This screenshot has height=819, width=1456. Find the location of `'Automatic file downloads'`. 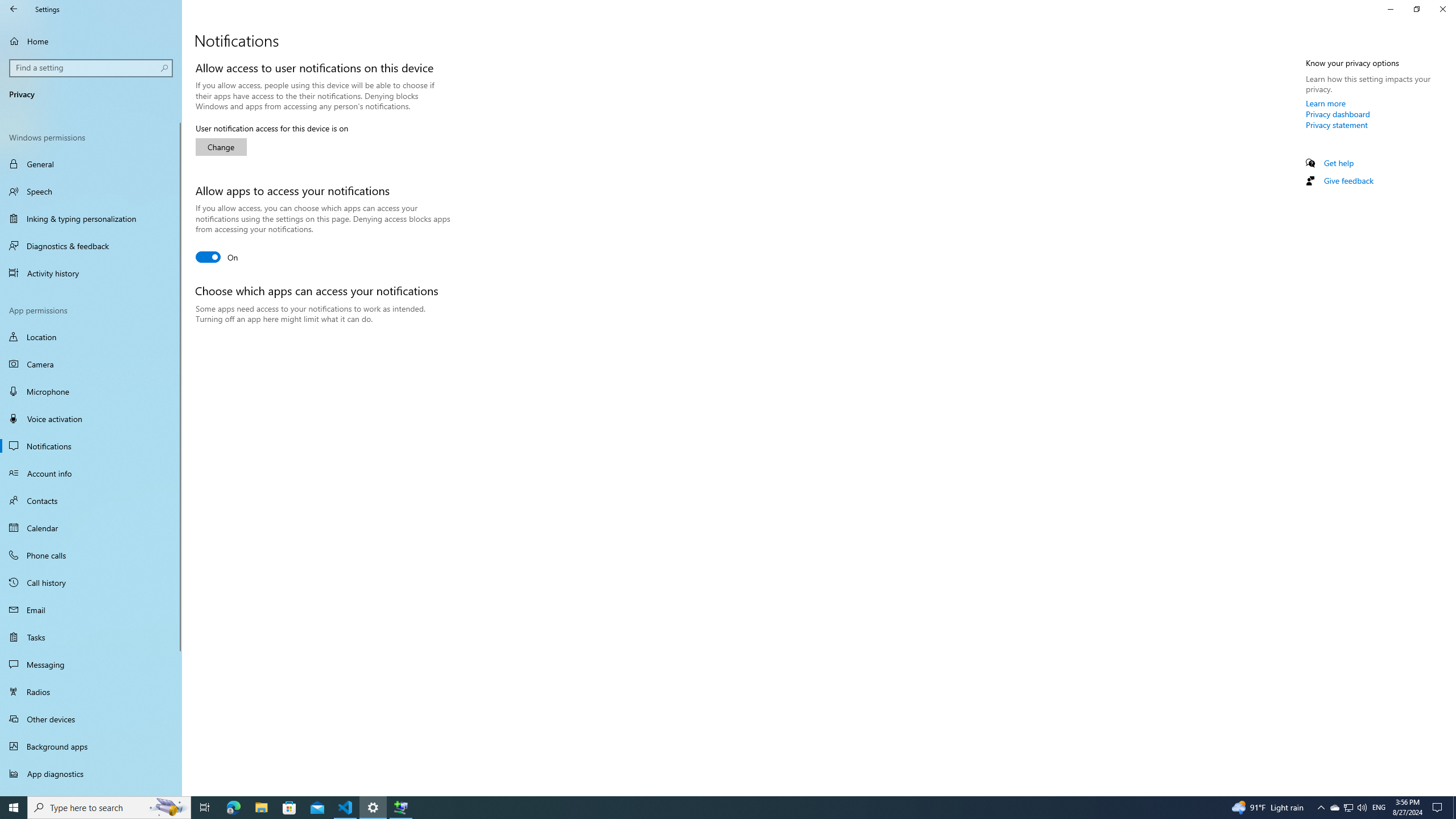

'Automatic file downloads' is located at coordinates (90, 791).